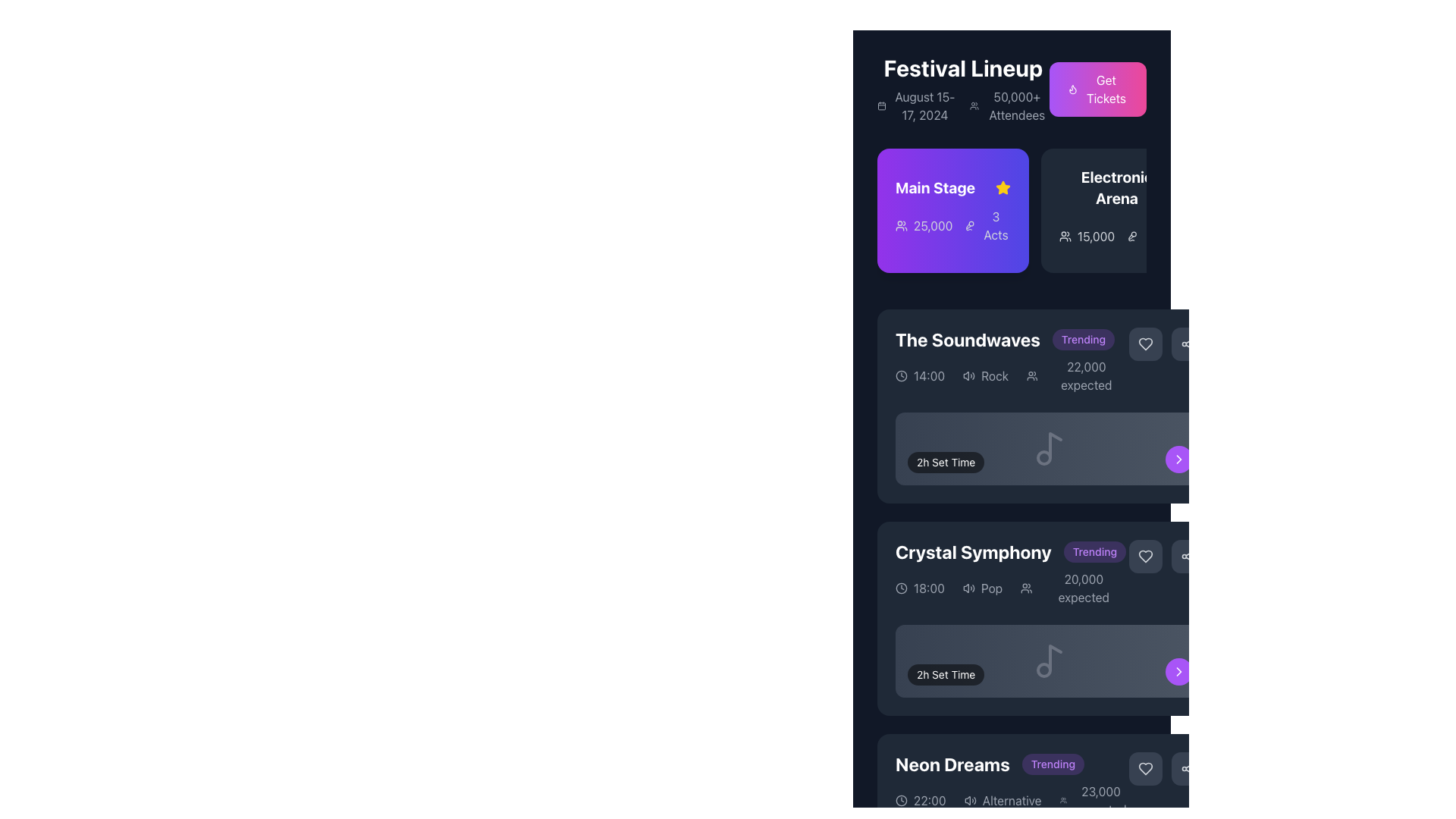 This screenshot has height=819, width=1456. What do you see at coordinates (1178, 458) in the screenshot?
I see `the right-pointing chevron icon with a purple circular background located at the bottom-right corner of the 'Crystal Symphony' list item` at bounding box center [1178, 458].